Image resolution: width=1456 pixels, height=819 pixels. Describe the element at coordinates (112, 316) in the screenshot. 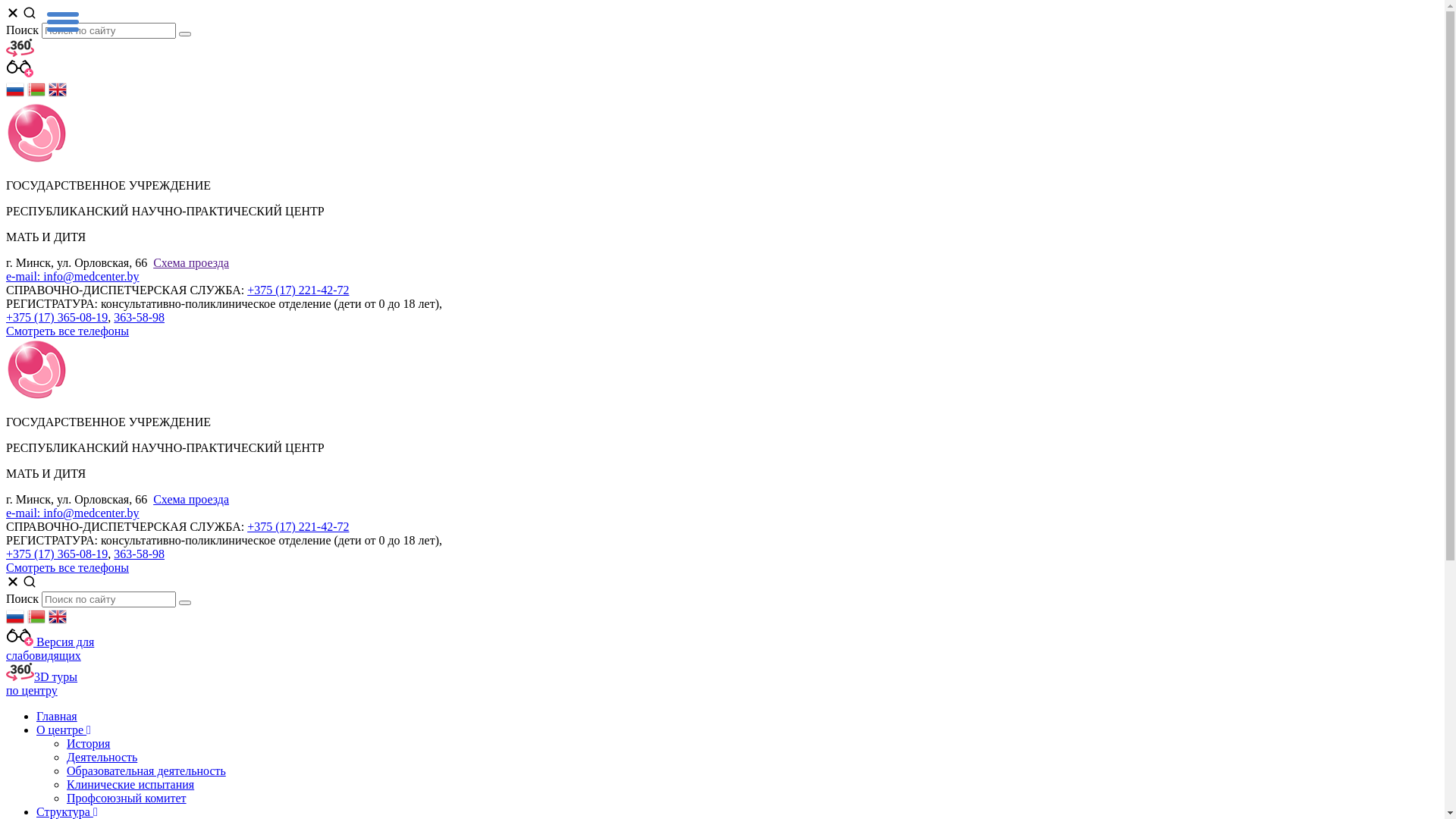

I see `'363-58-98'` at that location.